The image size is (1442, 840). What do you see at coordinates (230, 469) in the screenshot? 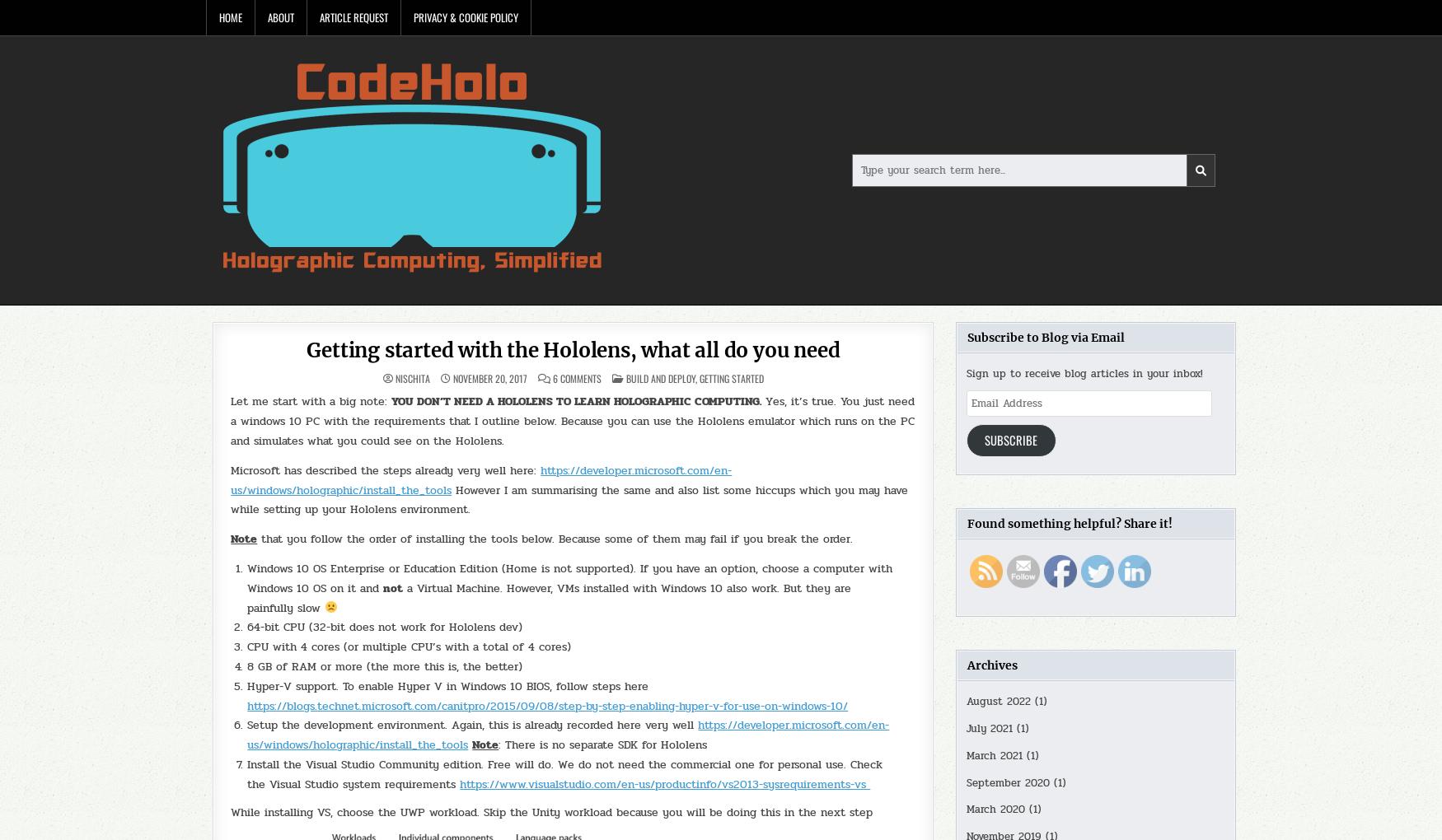
I see `'Microsoft has described the steps already very well here:'` at bounding box center [230, 469].